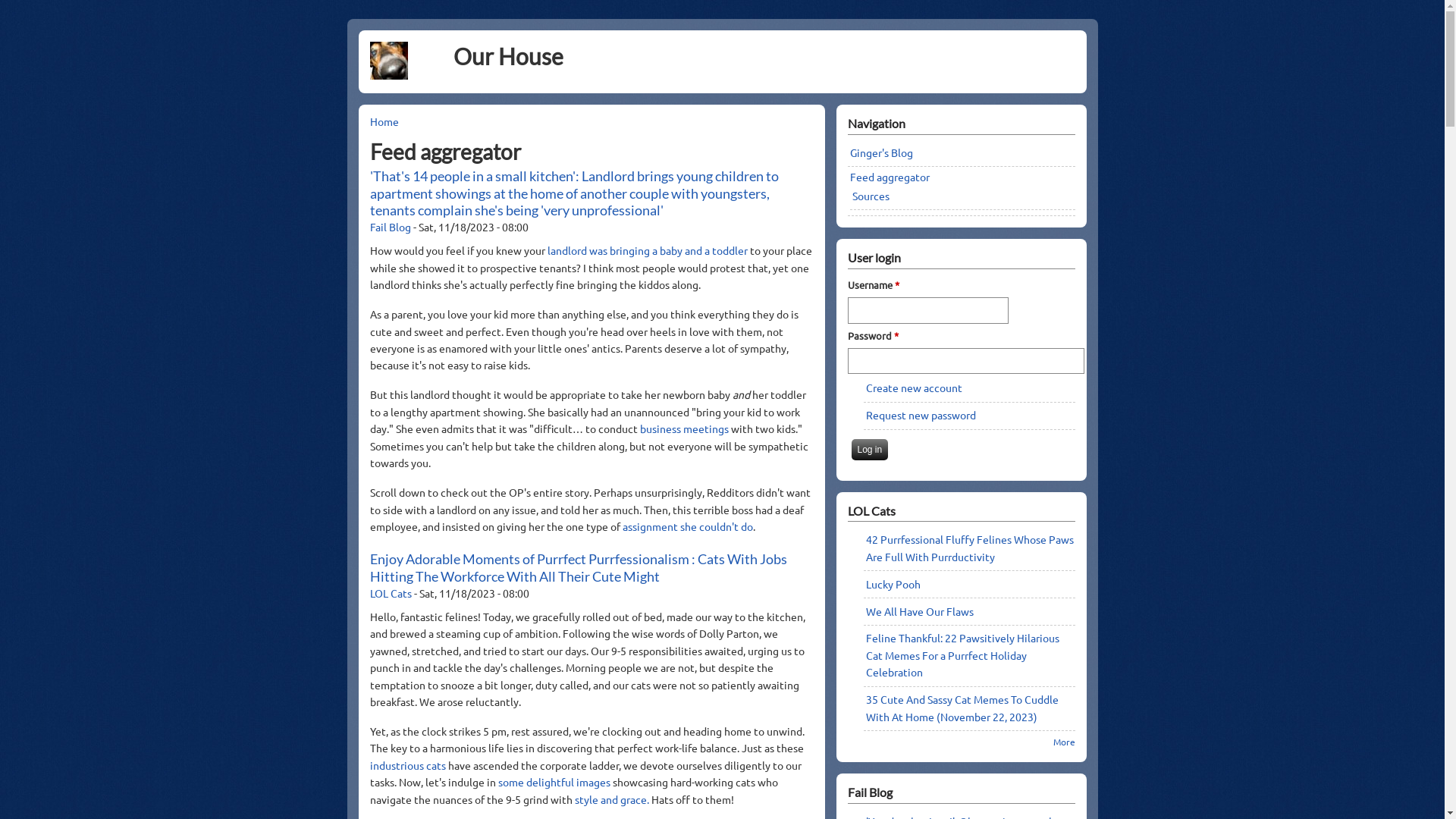 This screenshot has width=1456, height=819. I want to click on 'Fail Blog', so click(390, 227).